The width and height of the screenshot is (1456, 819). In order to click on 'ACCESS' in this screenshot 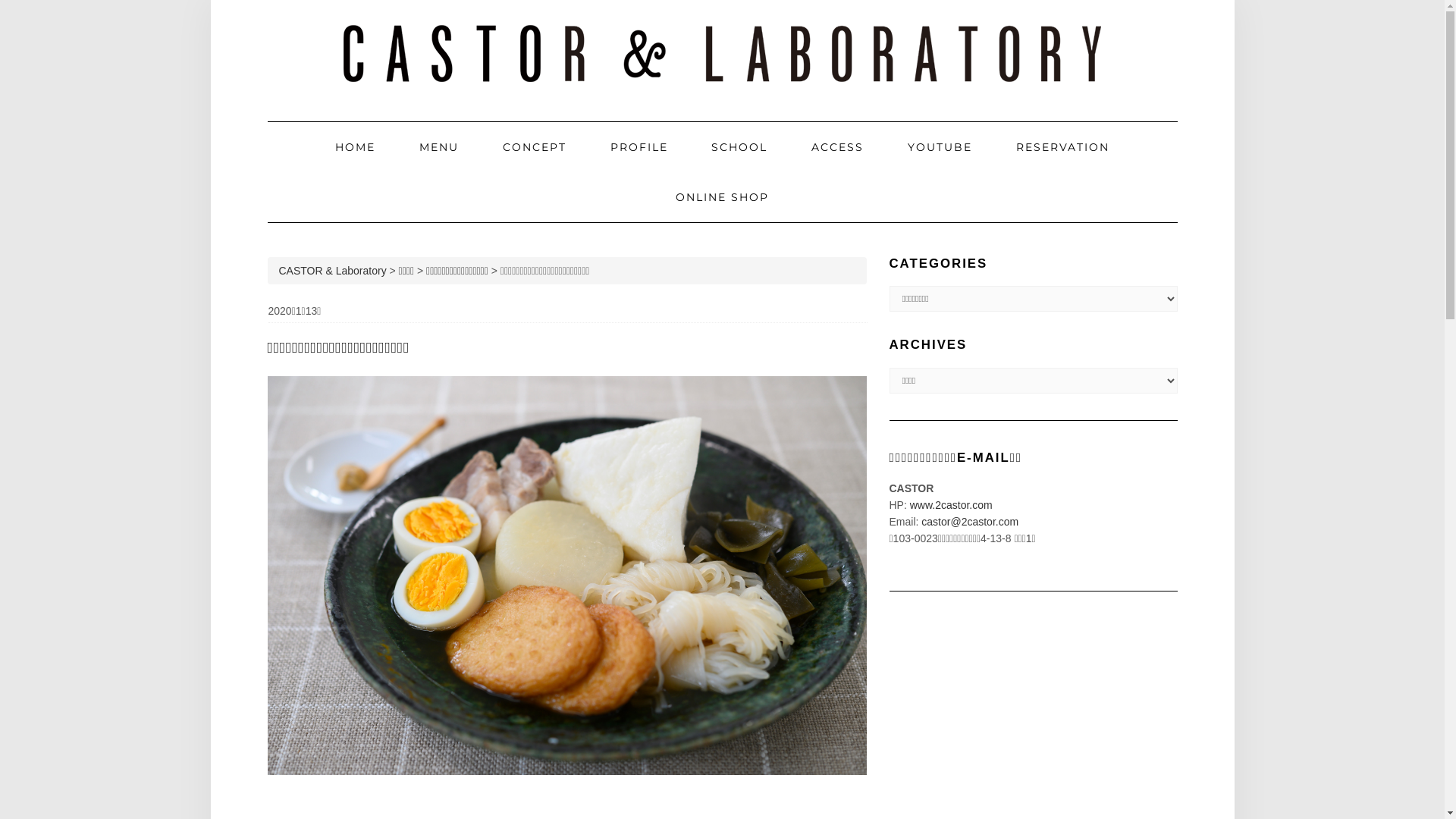, I will do `click(836, 146)`.